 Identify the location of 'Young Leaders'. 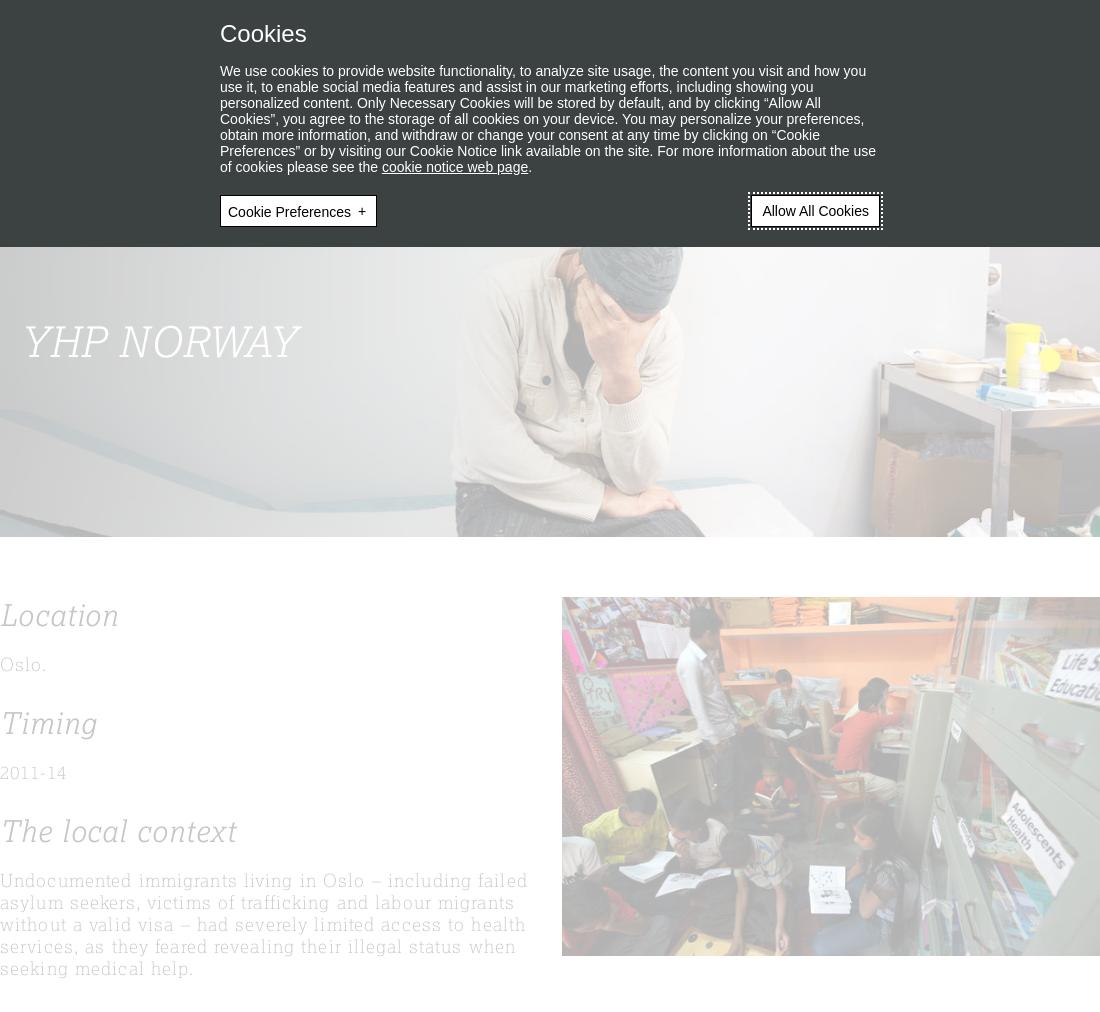
(372, 105).